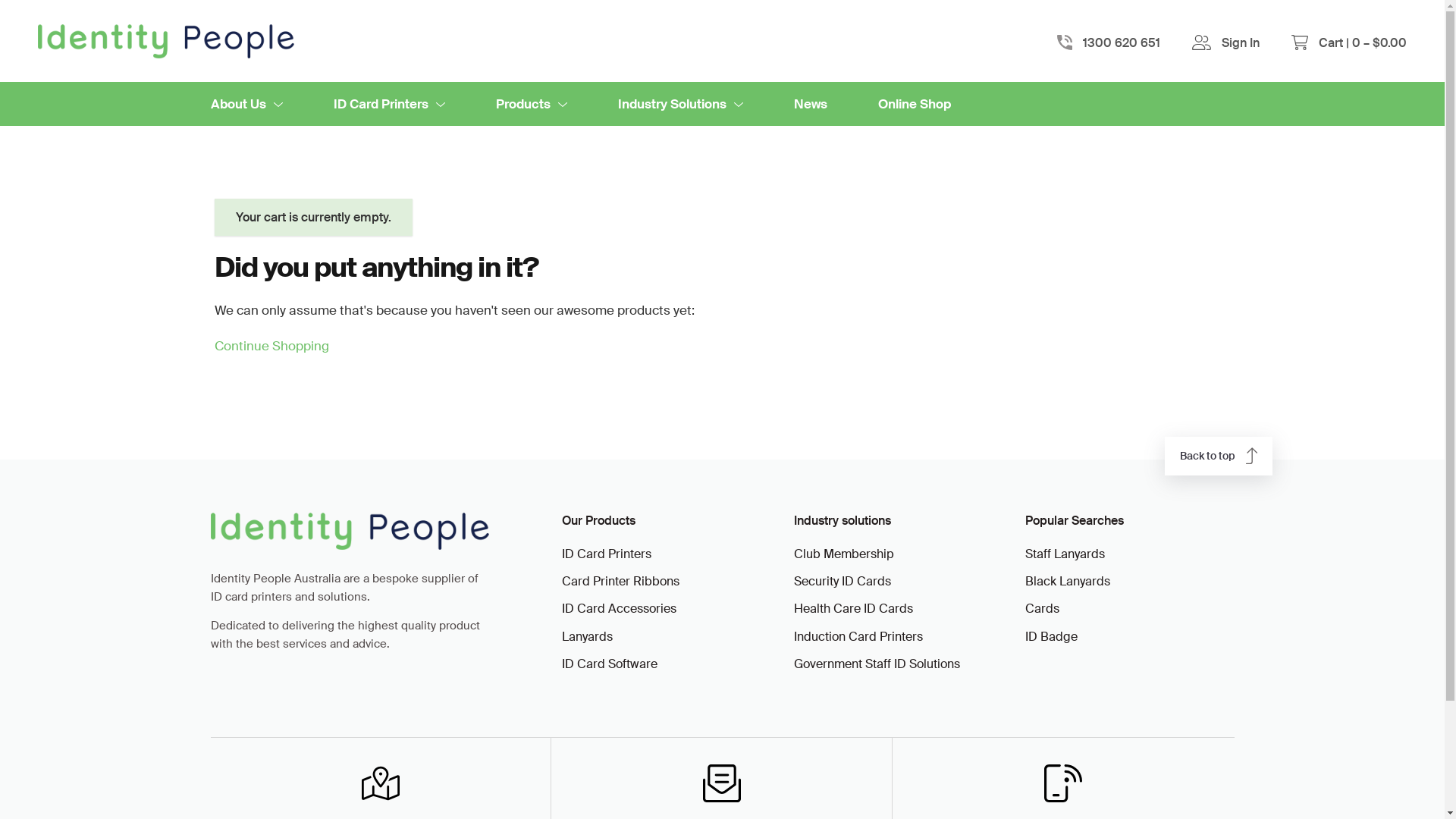 This screenshot has width=1456, height=819. Describe the element at coordinates (809, 103) in the screenshot. I see `'News'` at that location.